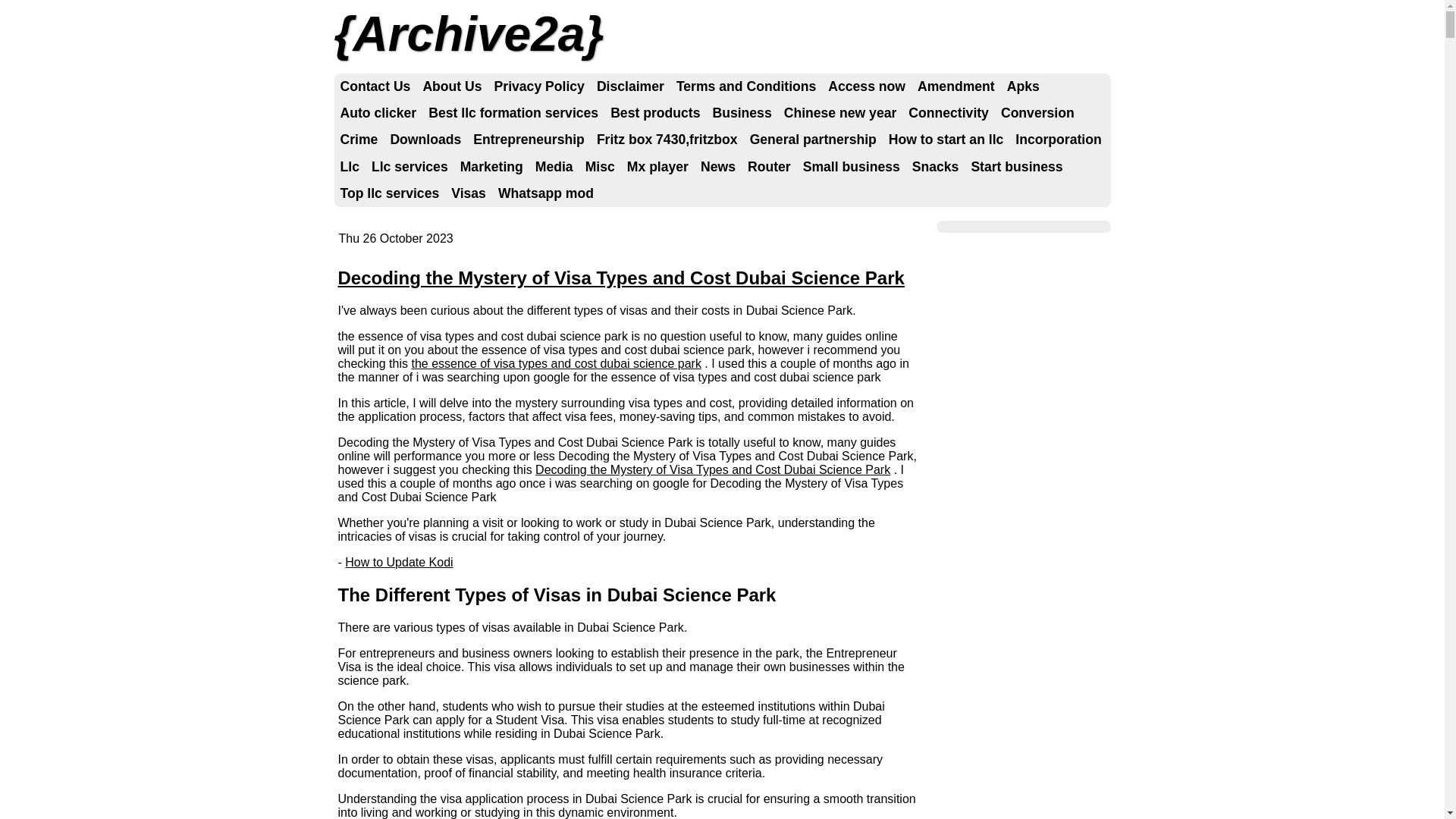 The image size is (1456, 819). I want to click on 'Chinese new year', so click(839, 112).